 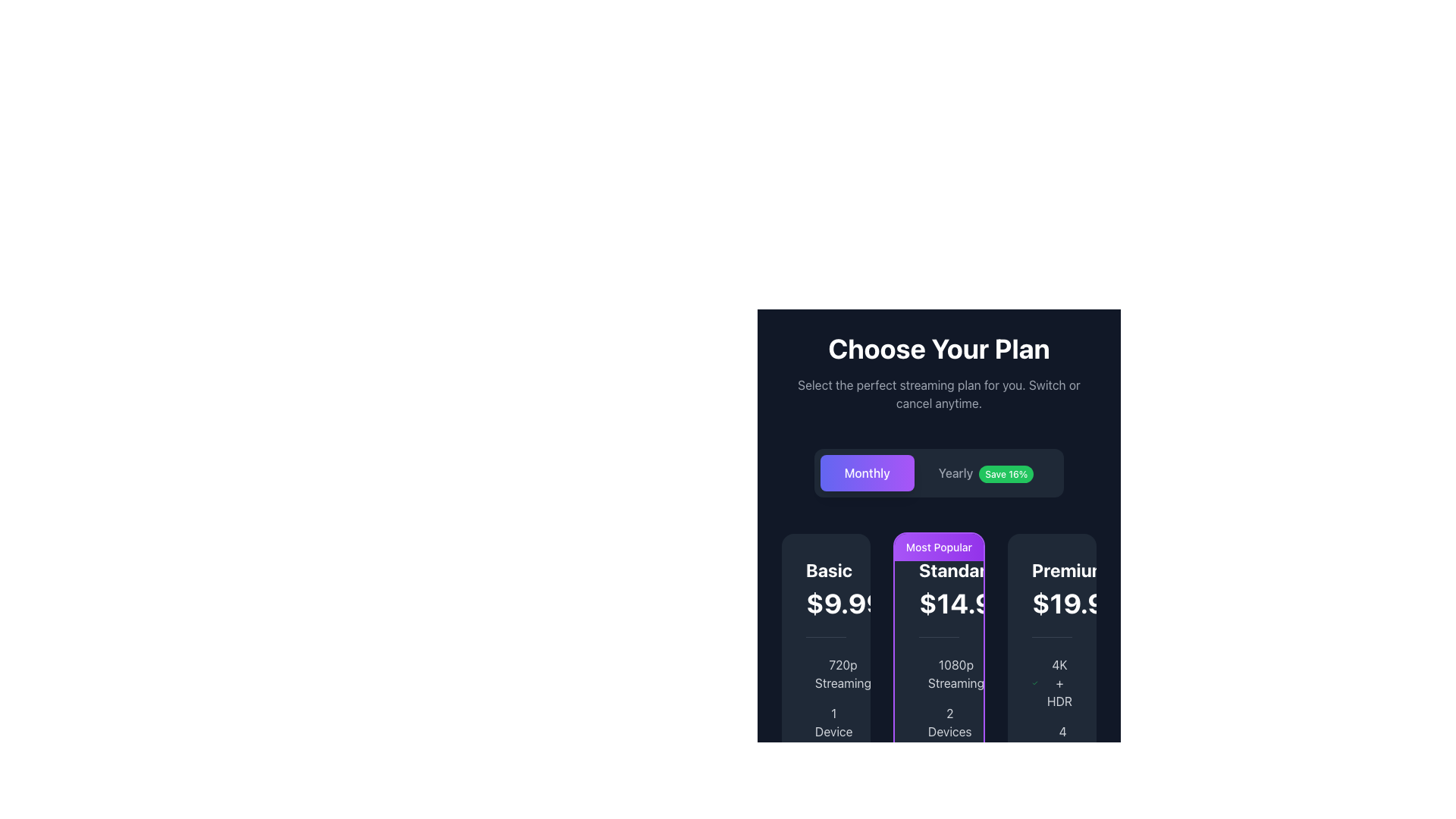 What do you see at coordinates (964, 602) in the screenshot?
I see `the Text label displaying the monthly subscription cost for the 'Standard' plan, which is located in the 'Standard' subscription plan section above the description text` at bounding box center [964, 602].